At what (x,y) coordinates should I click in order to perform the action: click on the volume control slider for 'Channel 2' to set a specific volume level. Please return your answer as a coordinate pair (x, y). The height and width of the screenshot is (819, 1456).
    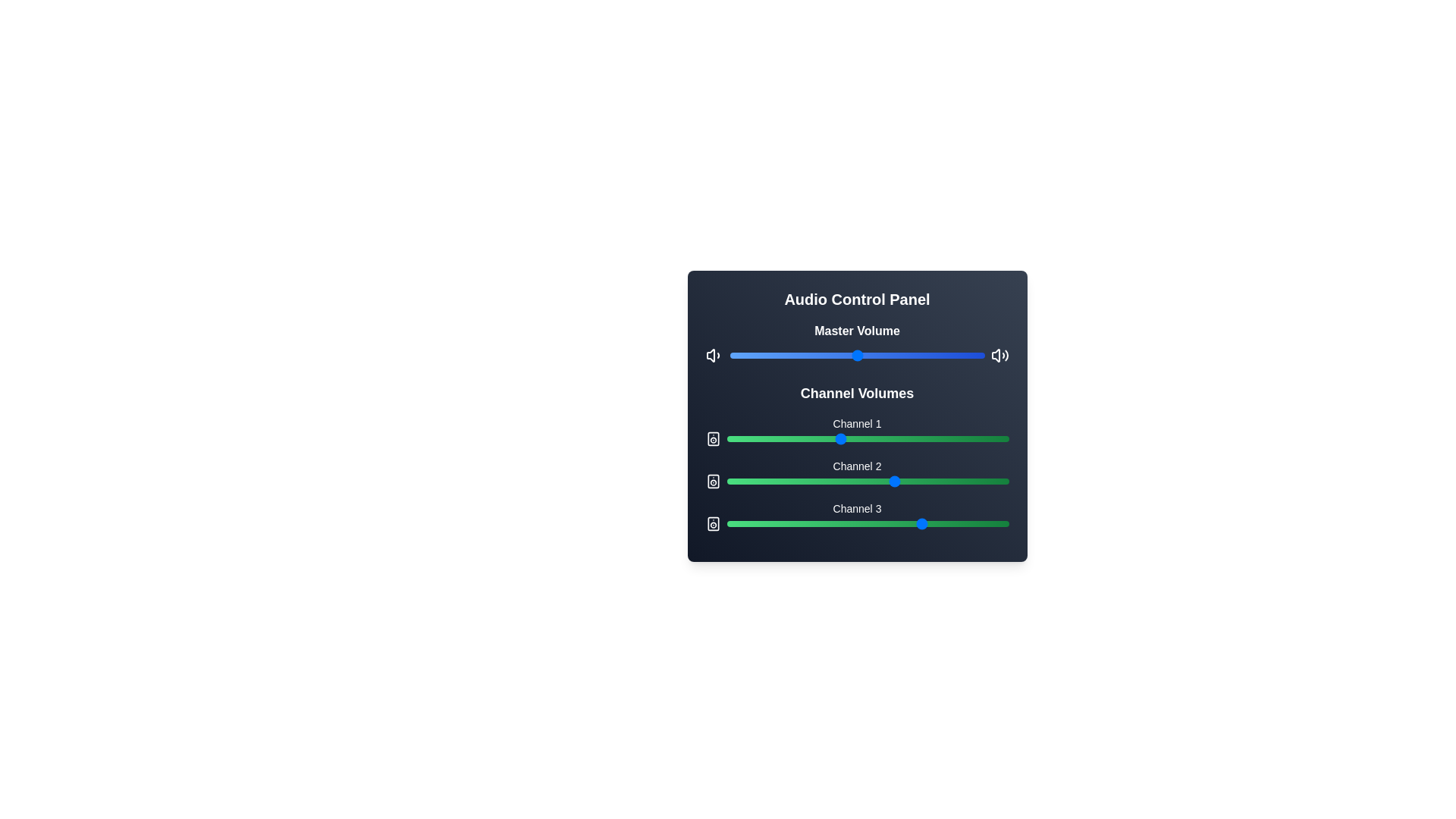
    Looking at the image, I should click on (857, 472).